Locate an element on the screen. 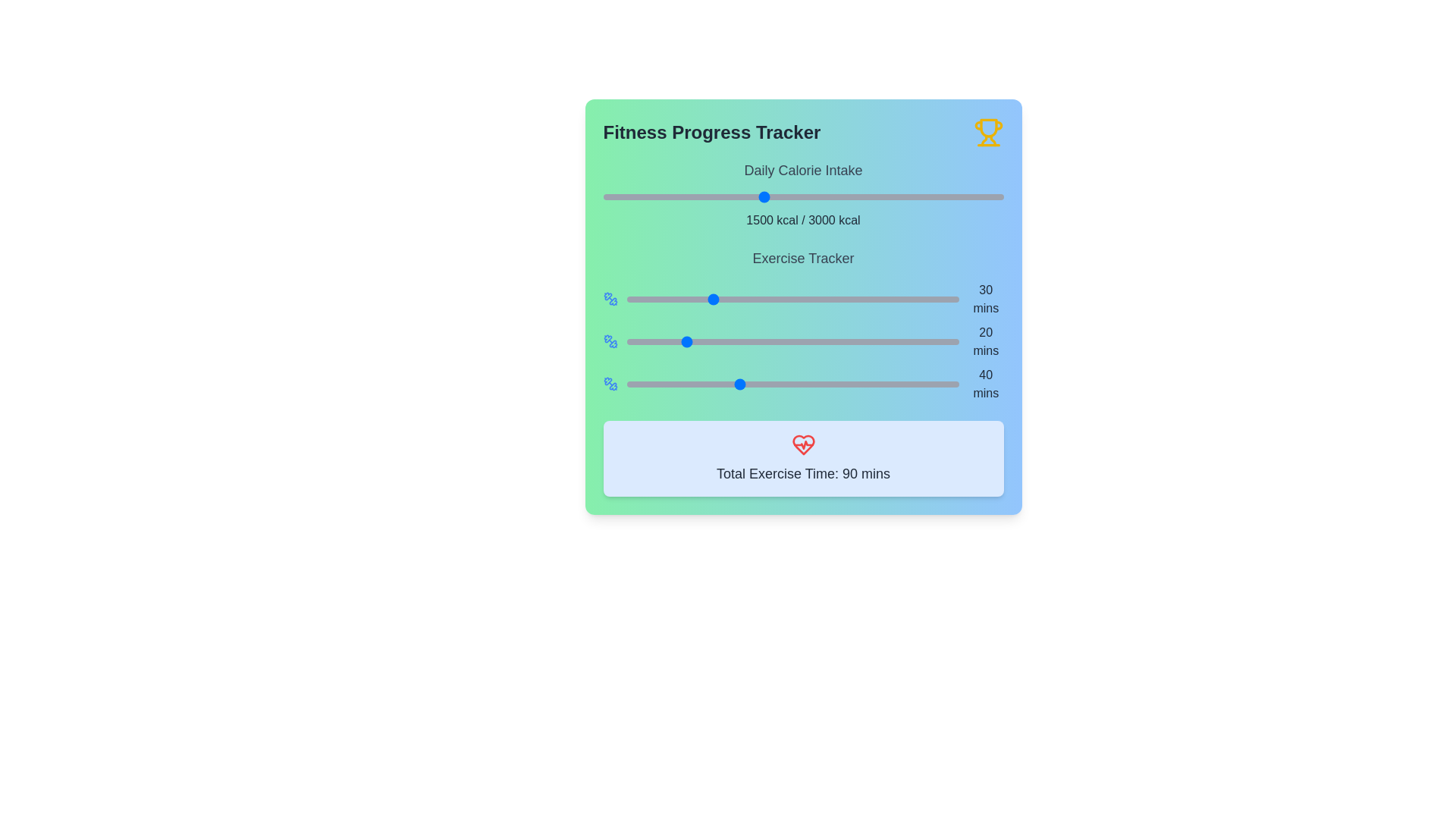 The image size is (1456, 819). the exercise duration is located at coordinates (635, 383).